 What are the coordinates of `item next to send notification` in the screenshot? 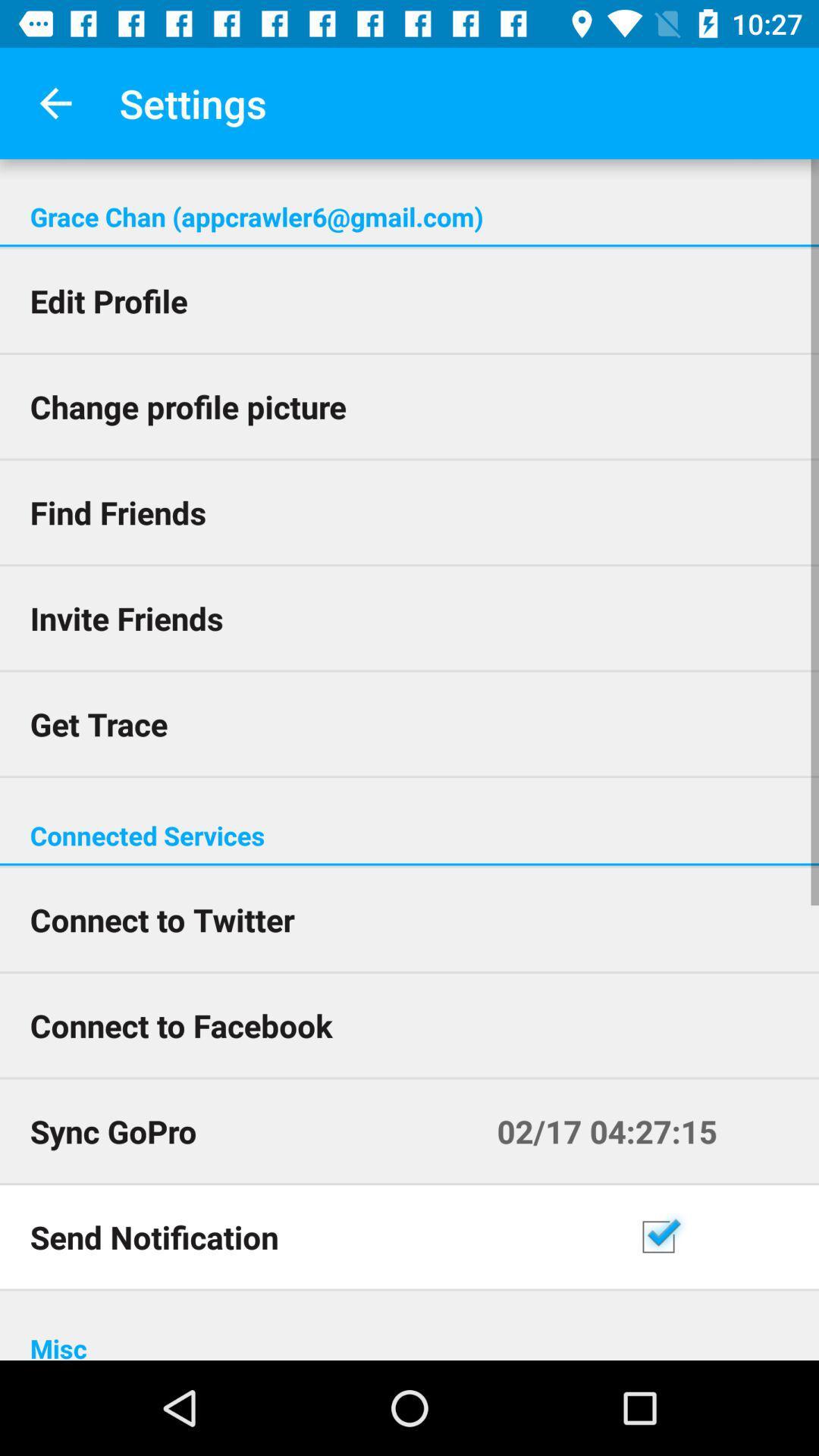 It's located at (722, 1237).